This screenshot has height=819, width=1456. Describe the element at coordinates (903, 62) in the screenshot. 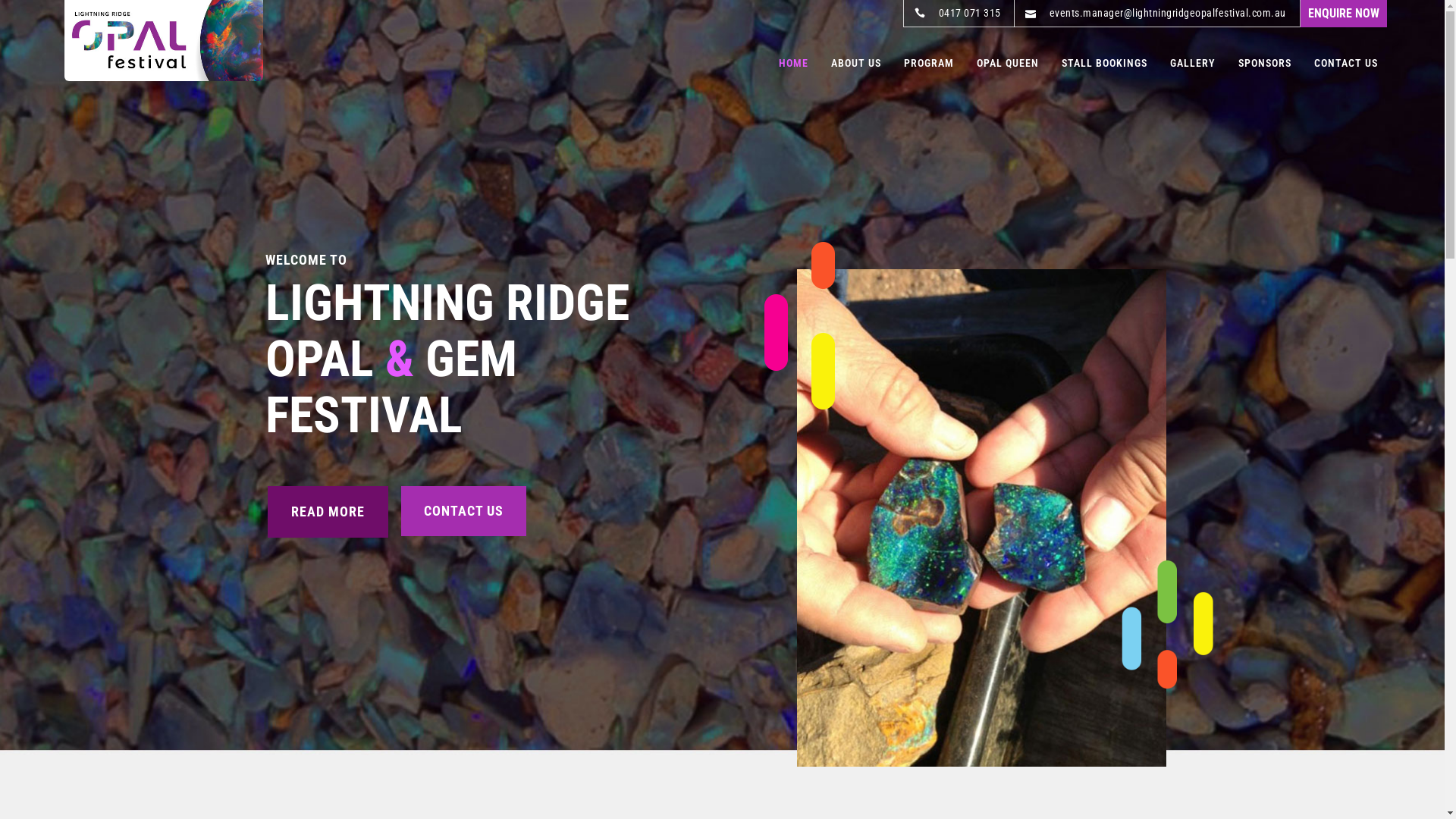

I see `'PROGRAM'` at that location.